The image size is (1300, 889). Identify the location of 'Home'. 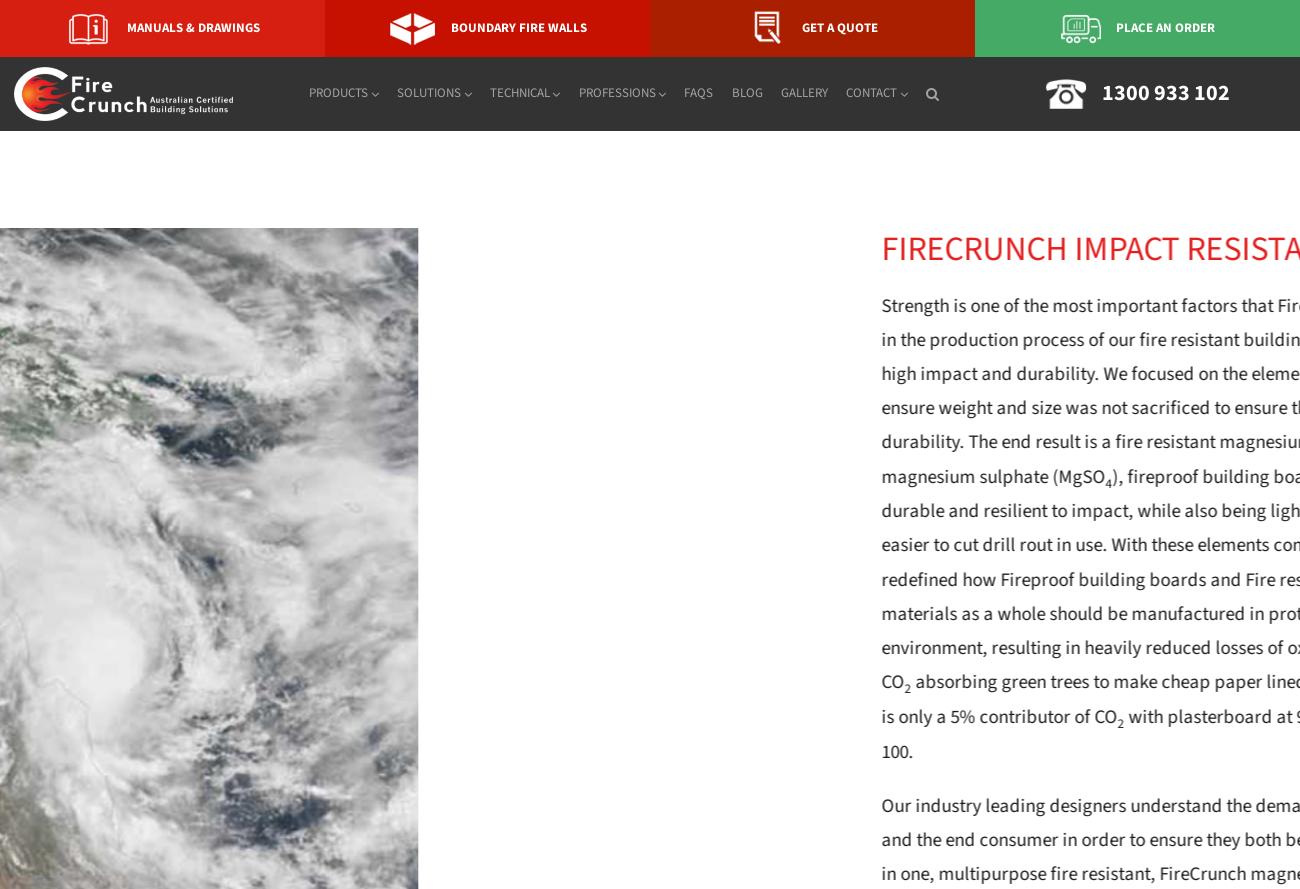
(17, 148).